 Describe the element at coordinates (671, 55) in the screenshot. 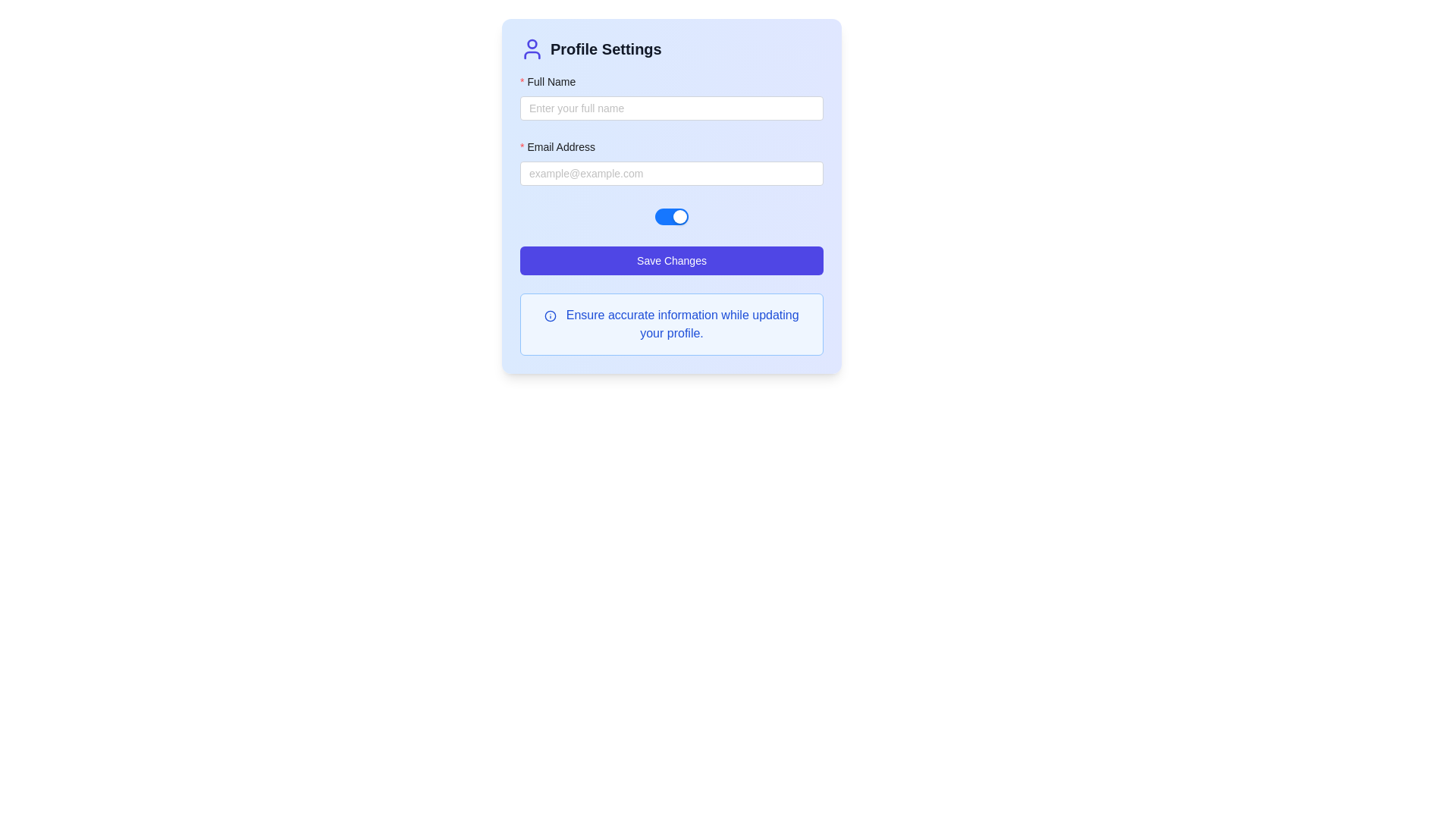

I see `visually on the header text element that reads 'Profile Settings' with a user profile icon to its left, located at the top-left of the card interface` at that location.